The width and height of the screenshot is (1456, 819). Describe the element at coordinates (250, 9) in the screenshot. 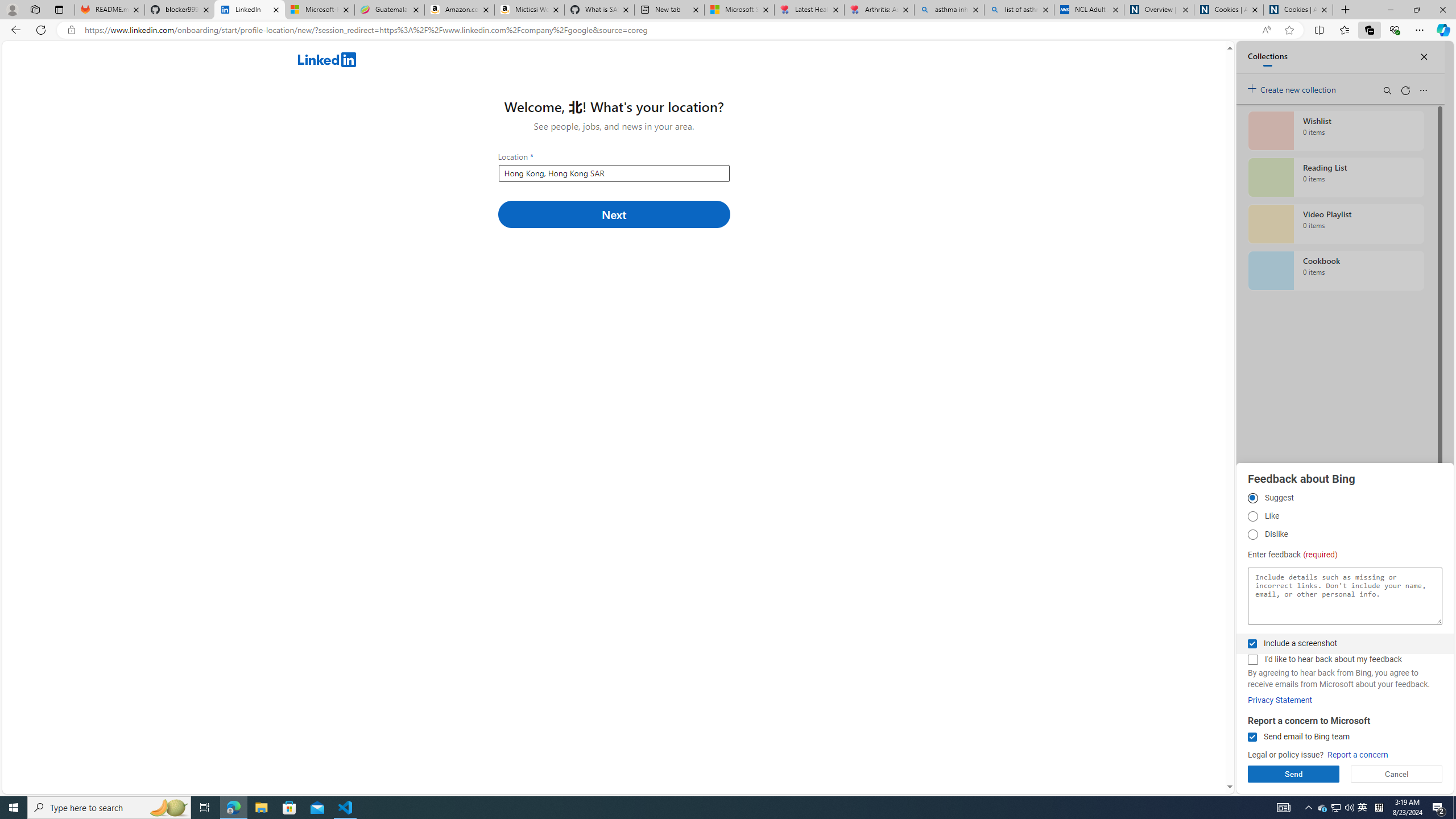

I see `'LinkedIn'` at that location.